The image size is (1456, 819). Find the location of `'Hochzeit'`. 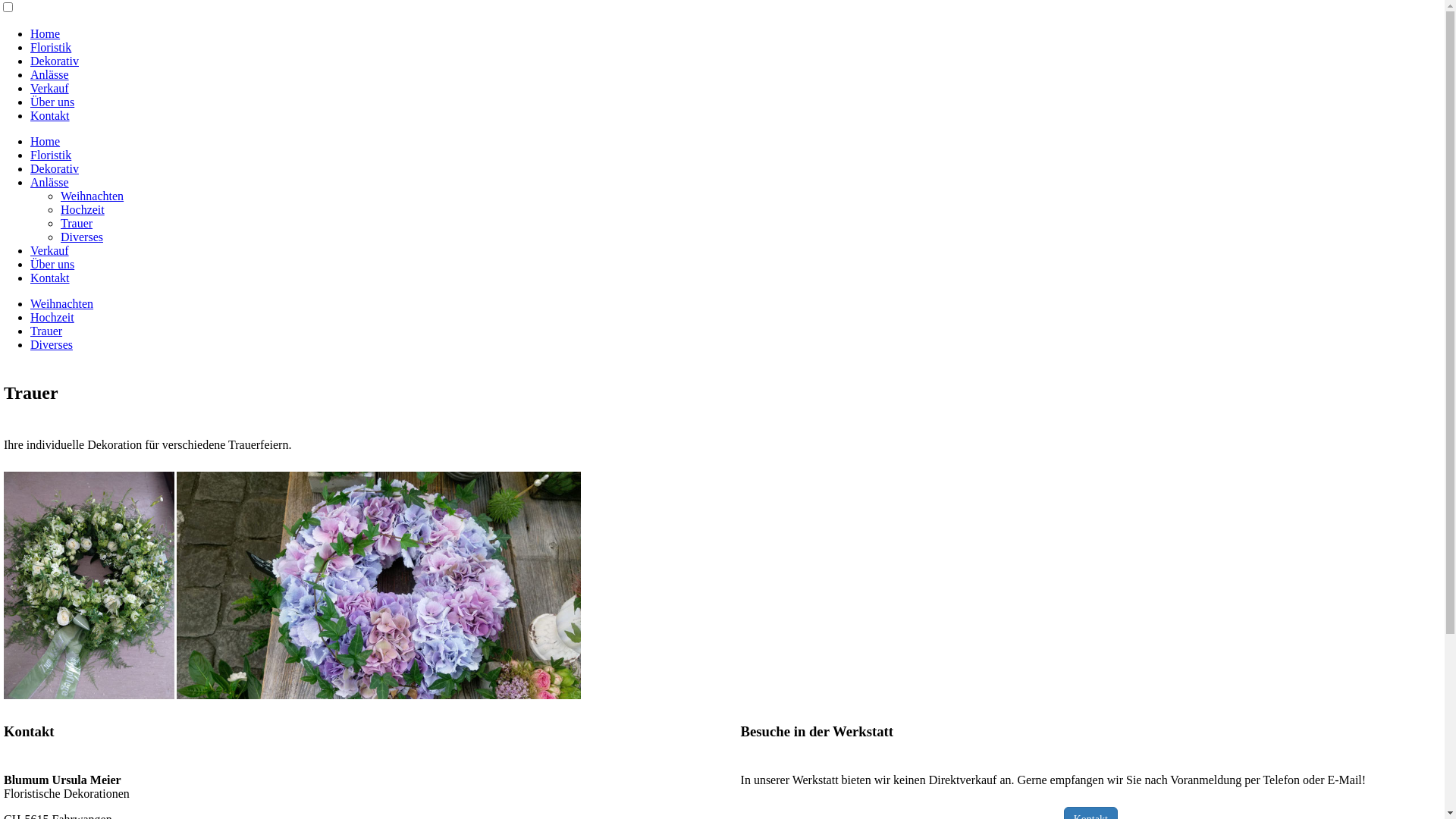

'Hochzeit' is located at coordinates (52, 316).